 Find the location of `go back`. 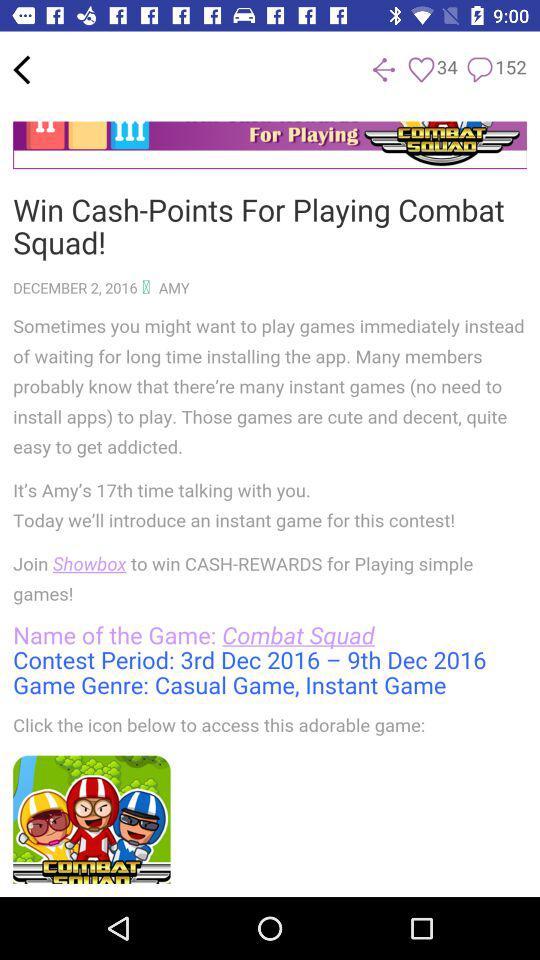

go back is located at coordinates (383, 69).